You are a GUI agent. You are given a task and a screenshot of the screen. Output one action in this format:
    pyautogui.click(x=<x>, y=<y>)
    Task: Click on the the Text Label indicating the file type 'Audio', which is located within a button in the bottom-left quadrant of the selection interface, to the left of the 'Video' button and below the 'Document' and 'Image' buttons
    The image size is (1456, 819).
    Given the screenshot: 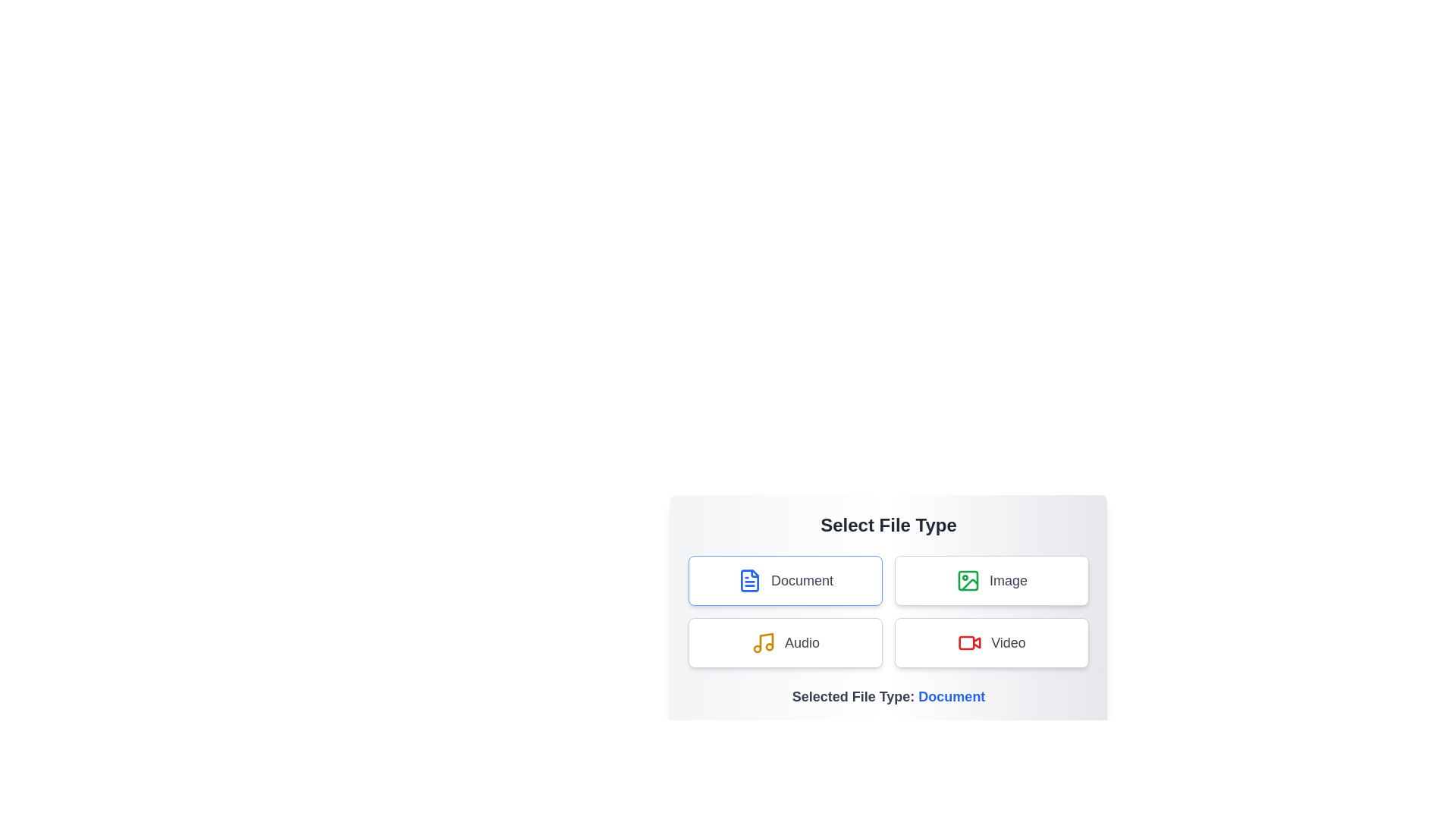 What is the action you would take?
    pyautogui.click(x=801, y=643)
    